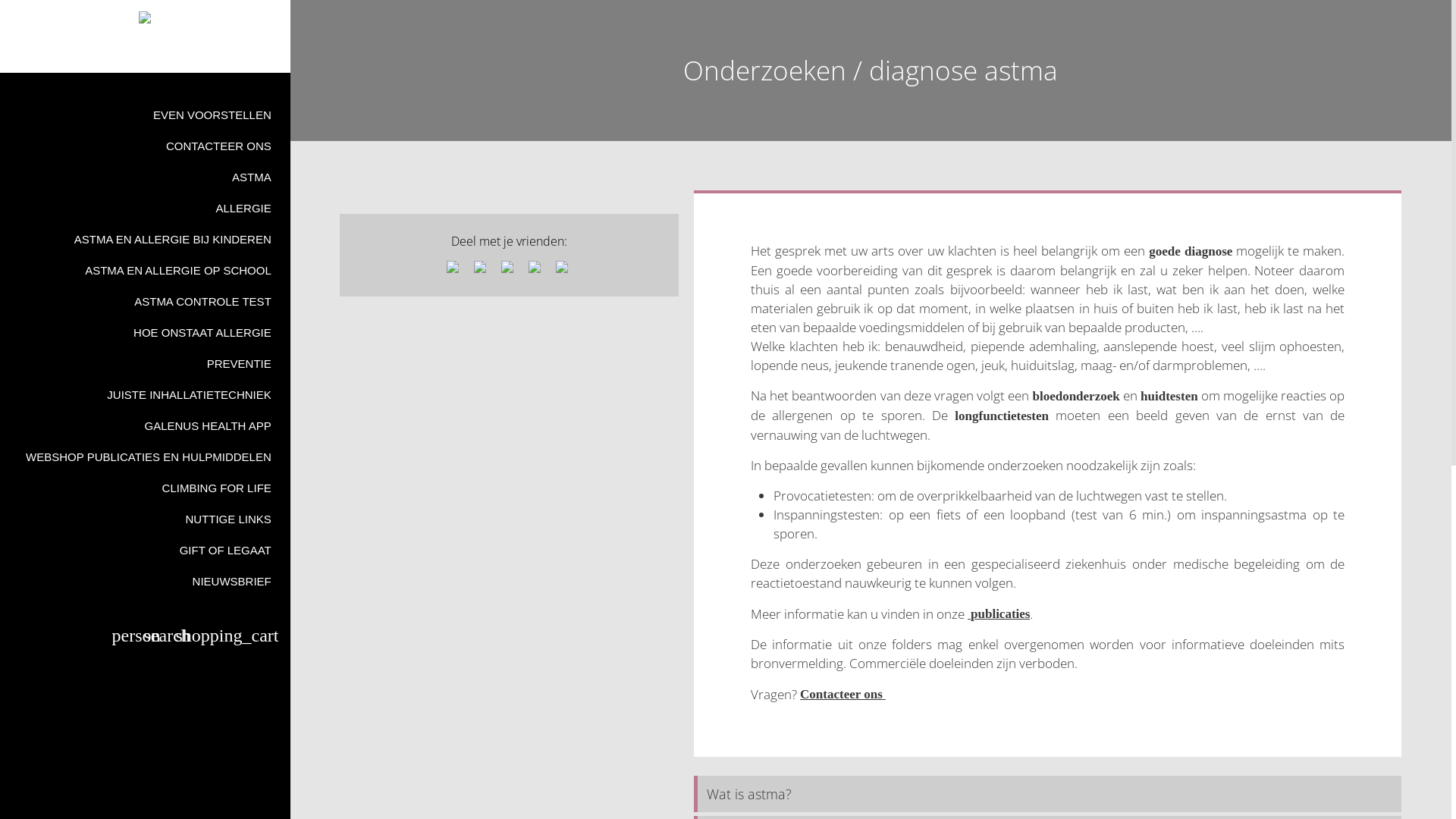  I want to click on 'Share via X', so click(481, 268).